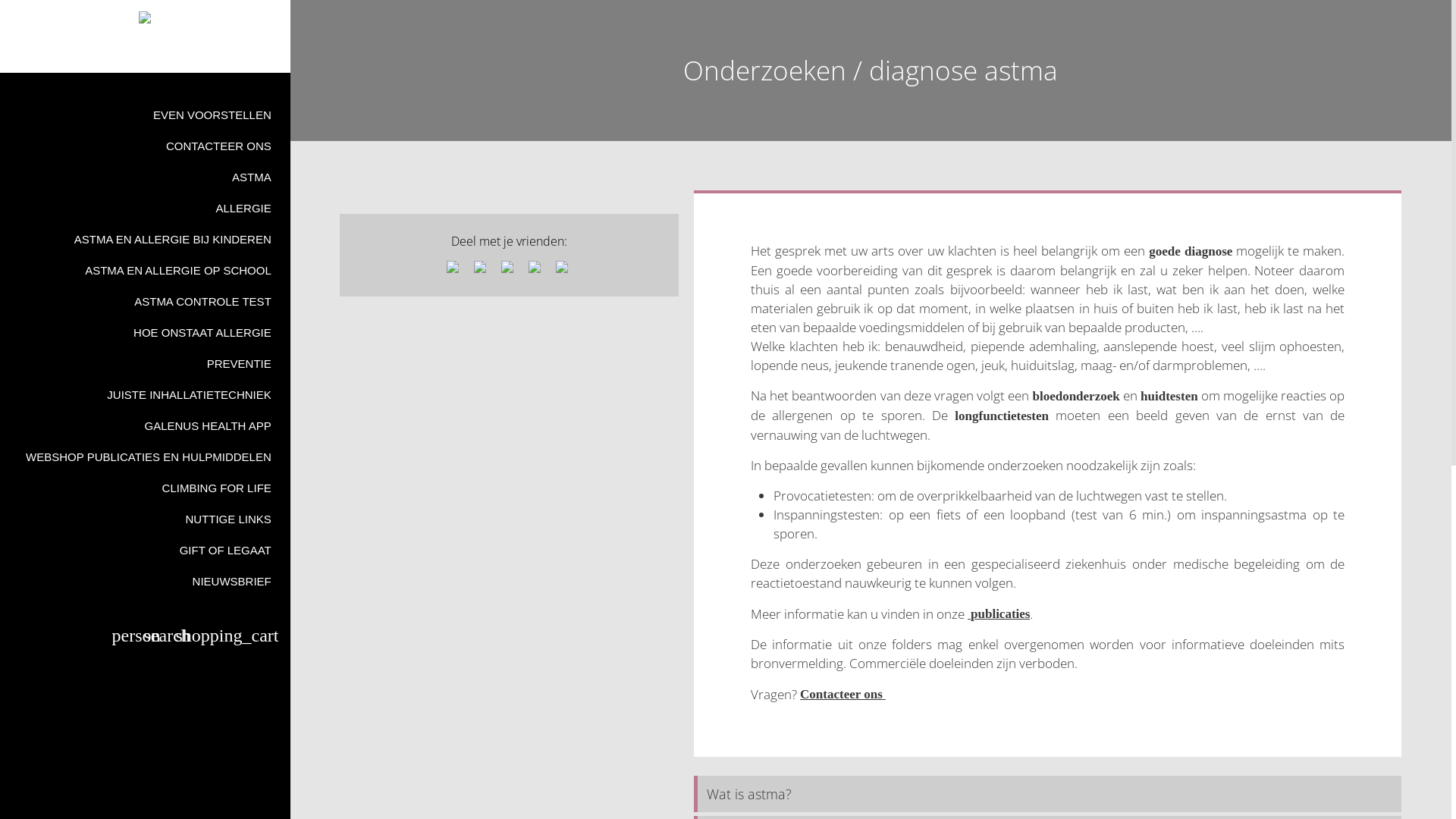  I want to click on 'Share via X', so click(481, 268).